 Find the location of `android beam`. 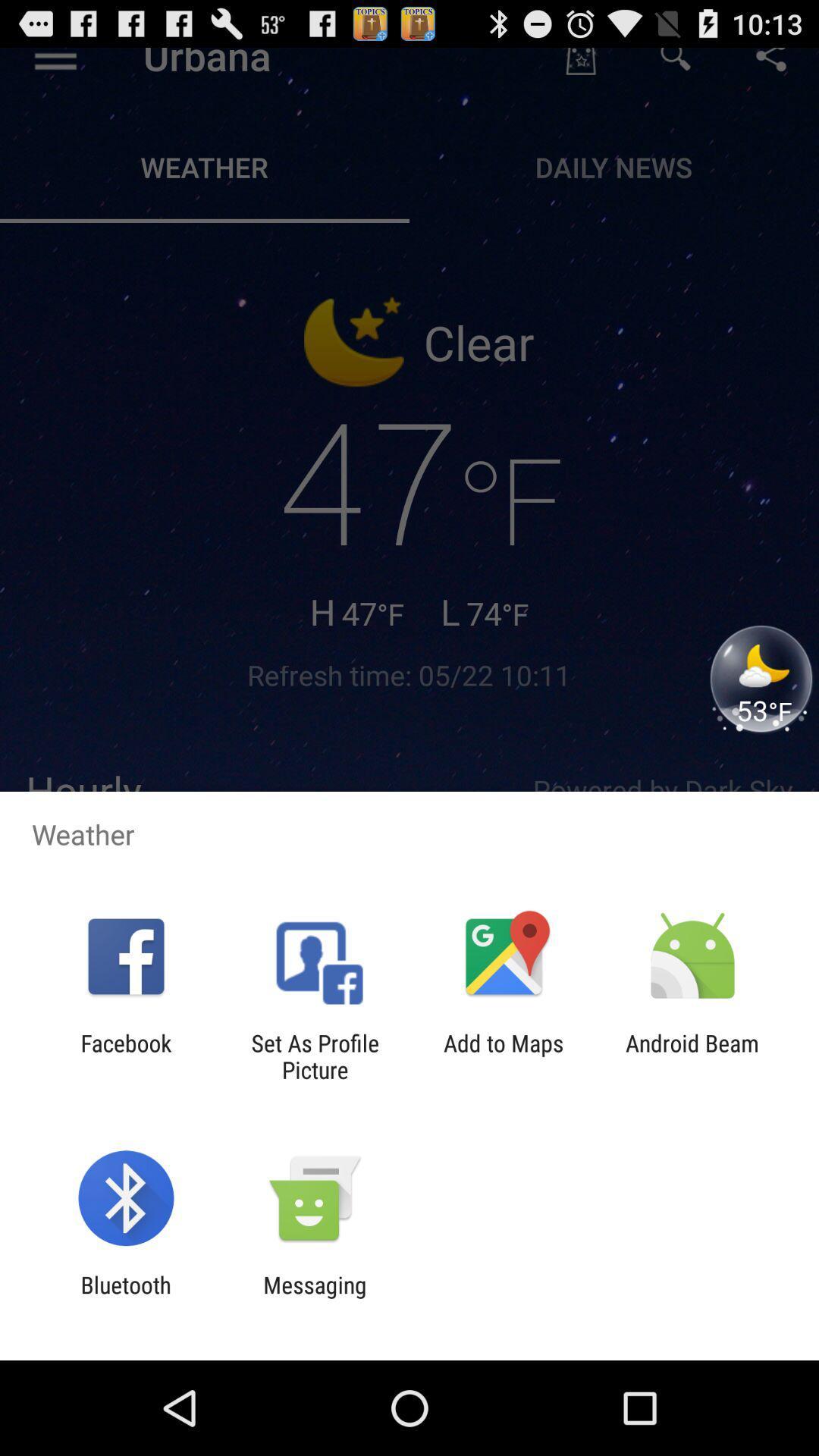

android beam is located at coordinates (692, 1056).